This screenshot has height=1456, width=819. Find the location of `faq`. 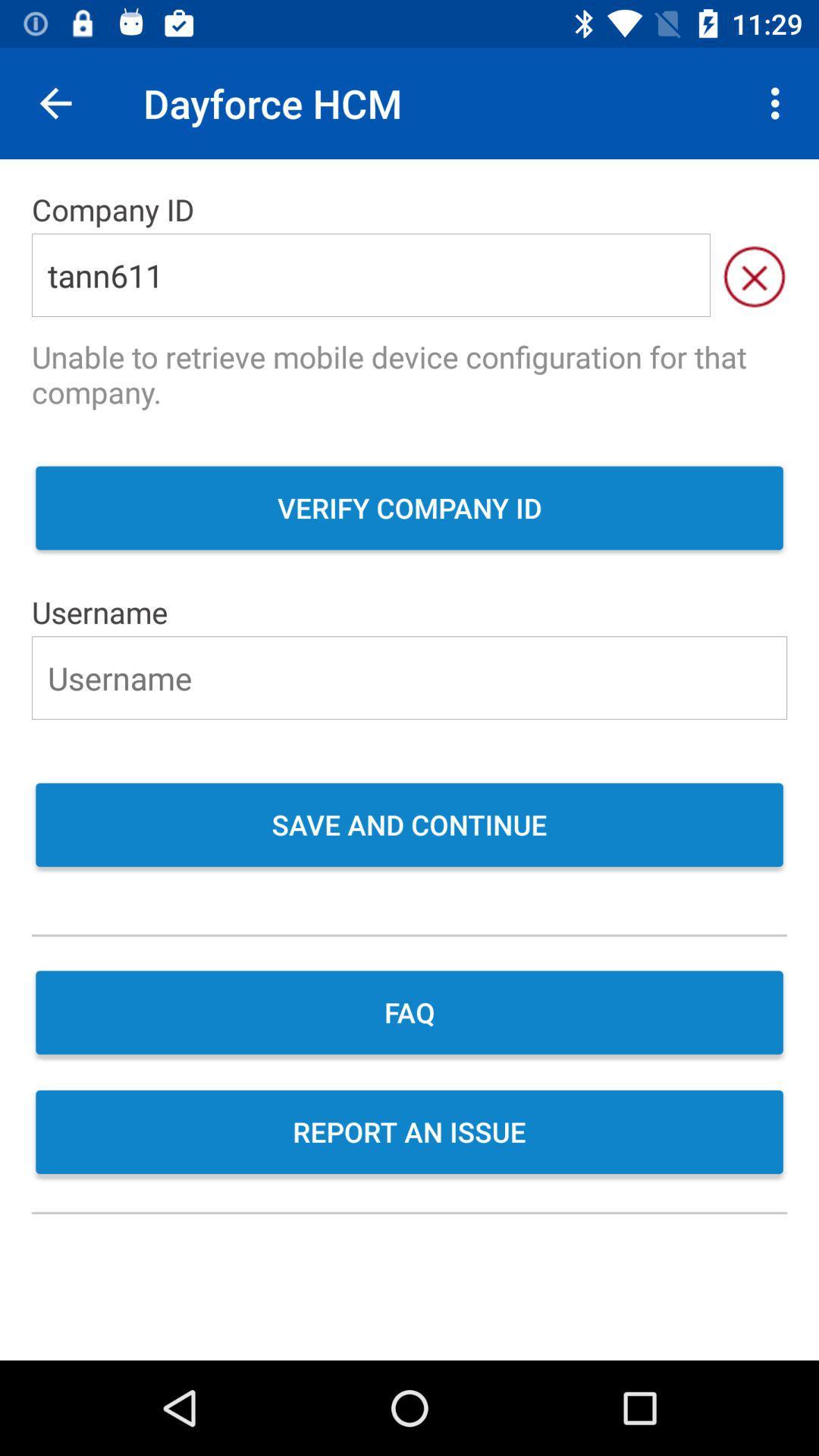

faq is located at coordinates (409, 1015).